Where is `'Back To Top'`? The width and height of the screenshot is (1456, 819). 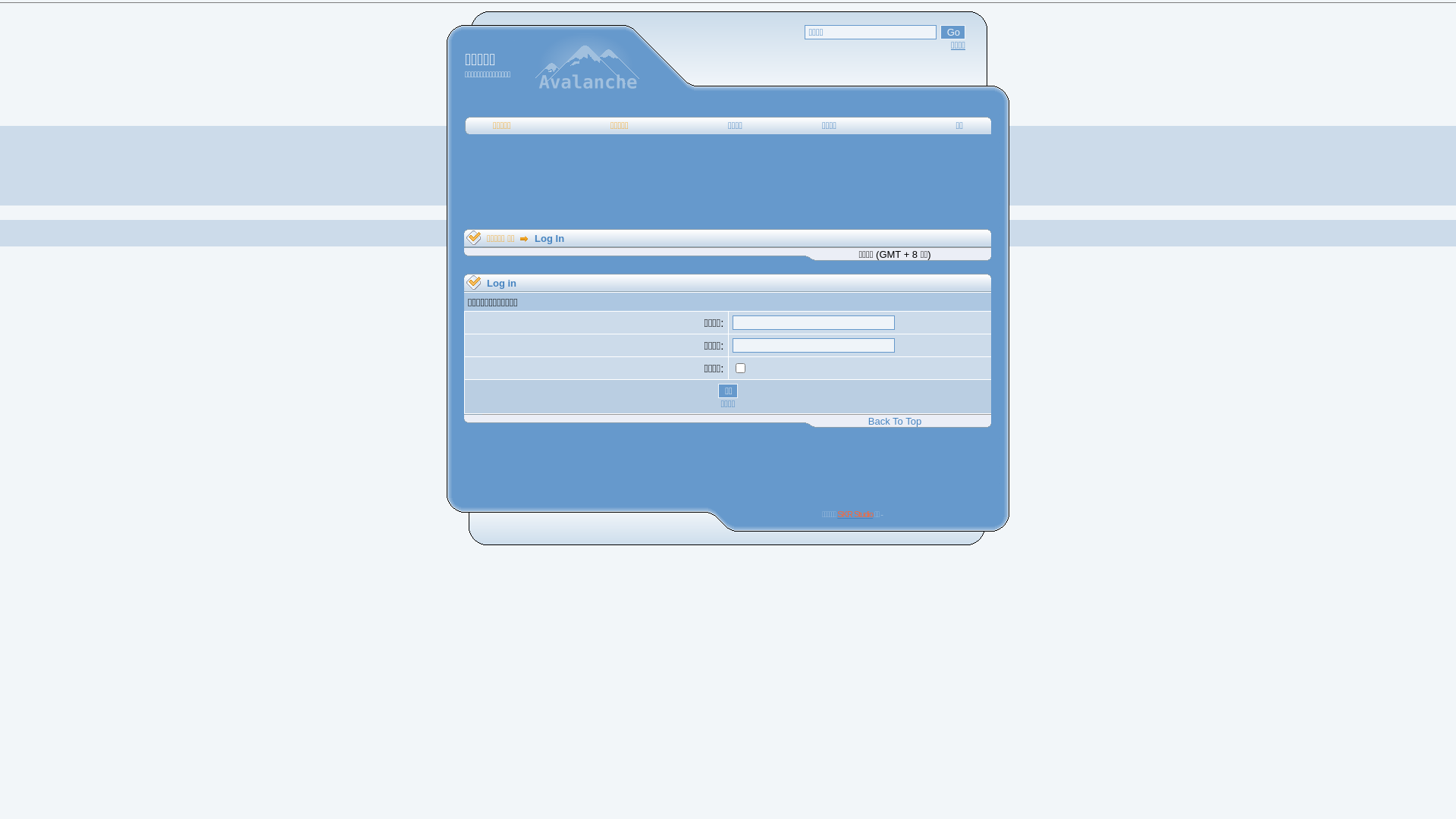
'Back To Top' is located at coordinates (895, 421).